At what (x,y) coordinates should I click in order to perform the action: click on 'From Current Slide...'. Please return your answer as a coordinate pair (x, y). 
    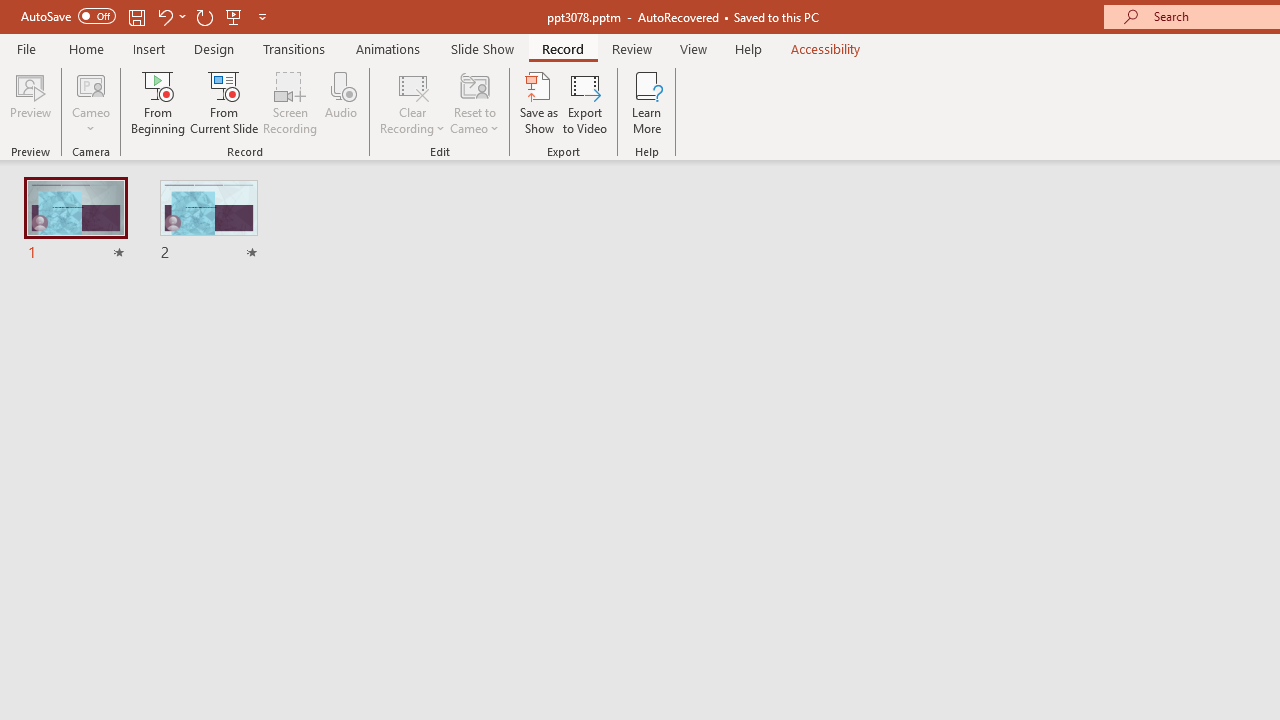
    Looking at the image, I should click on (224, 103).